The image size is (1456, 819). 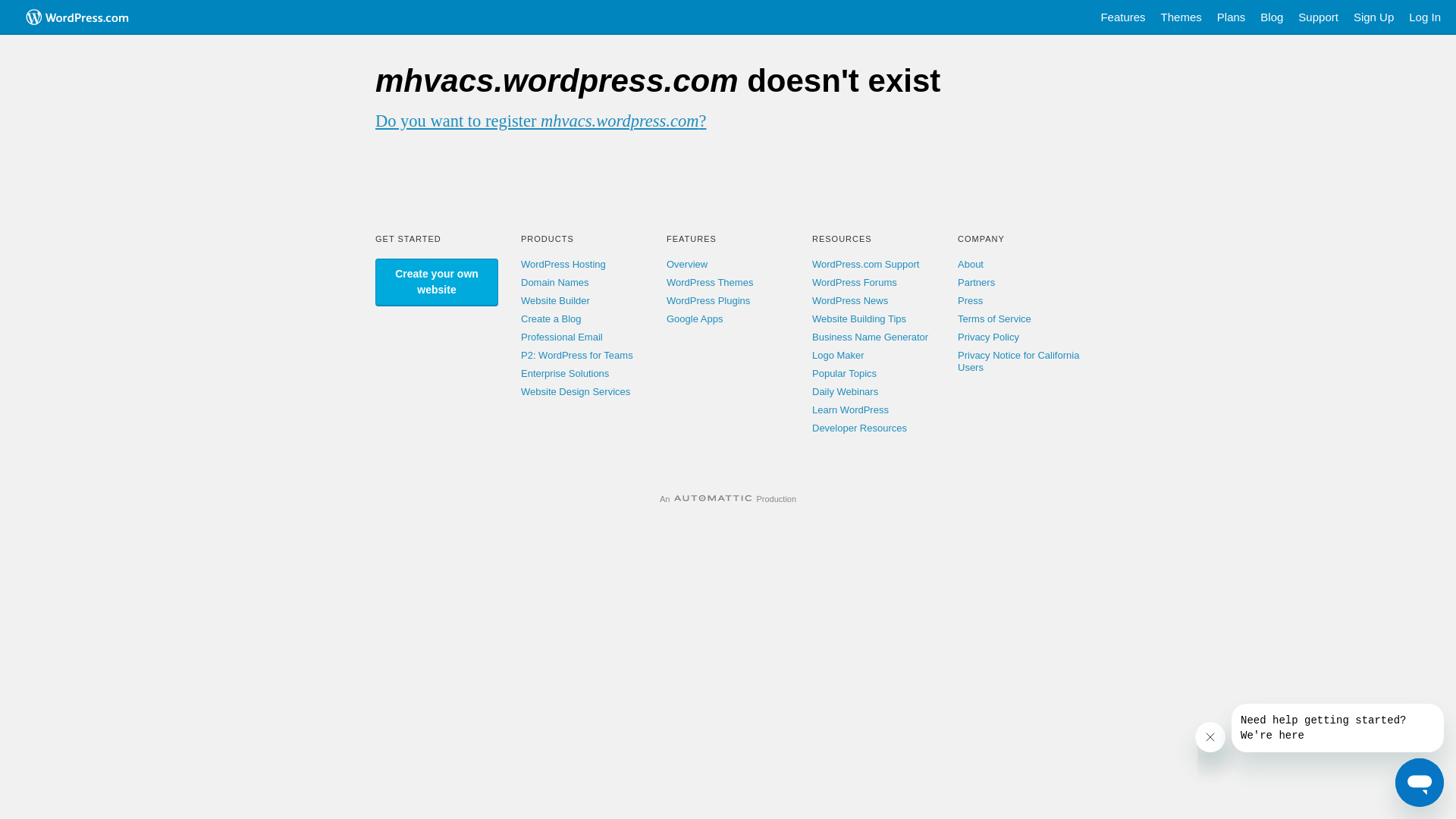 What do you see at coordinates (1122, 17) in the screenshot?
I see `'Features'` at bounding box center [1122, 17].